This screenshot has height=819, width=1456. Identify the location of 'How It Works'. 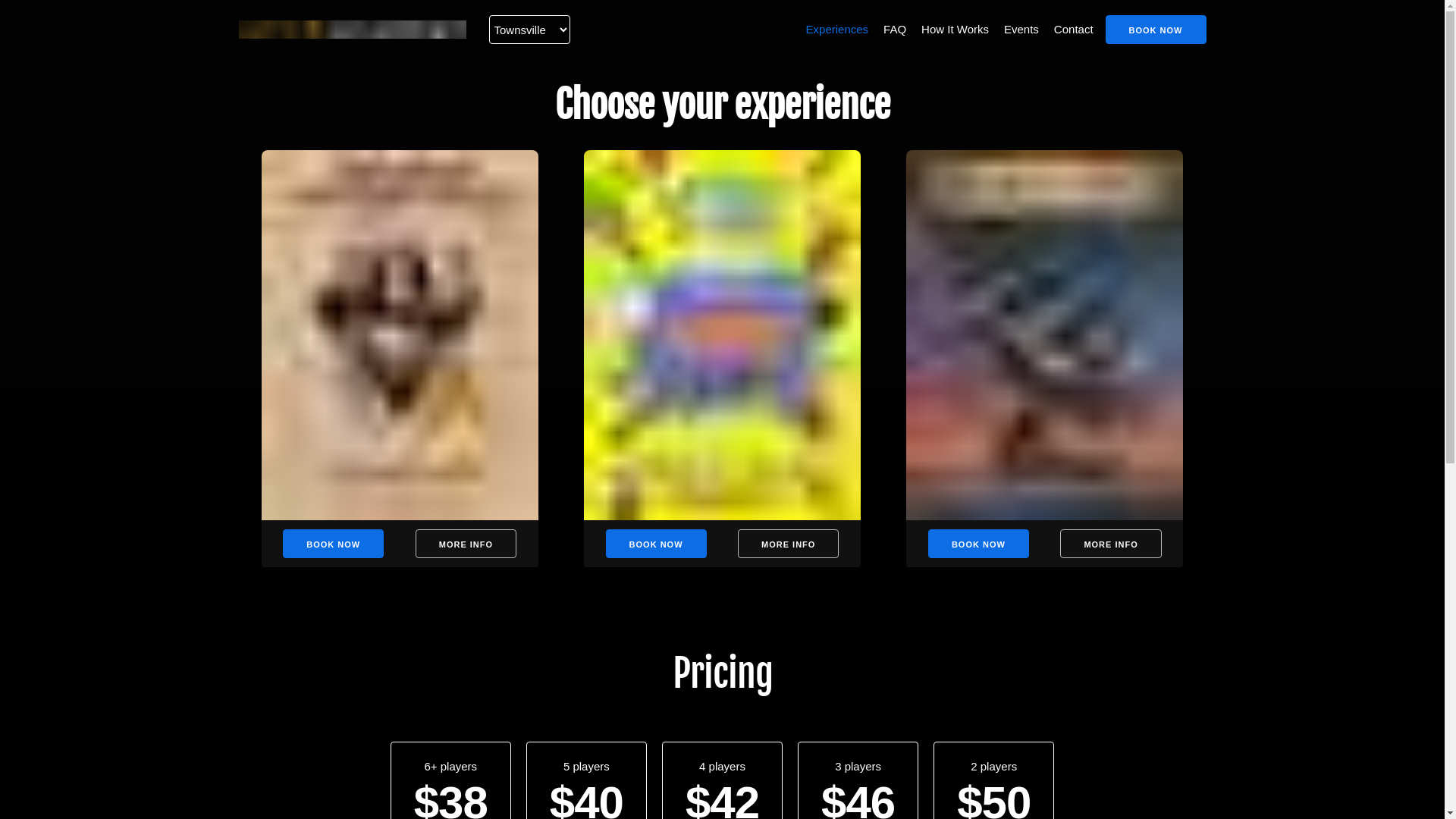
(917, 29).